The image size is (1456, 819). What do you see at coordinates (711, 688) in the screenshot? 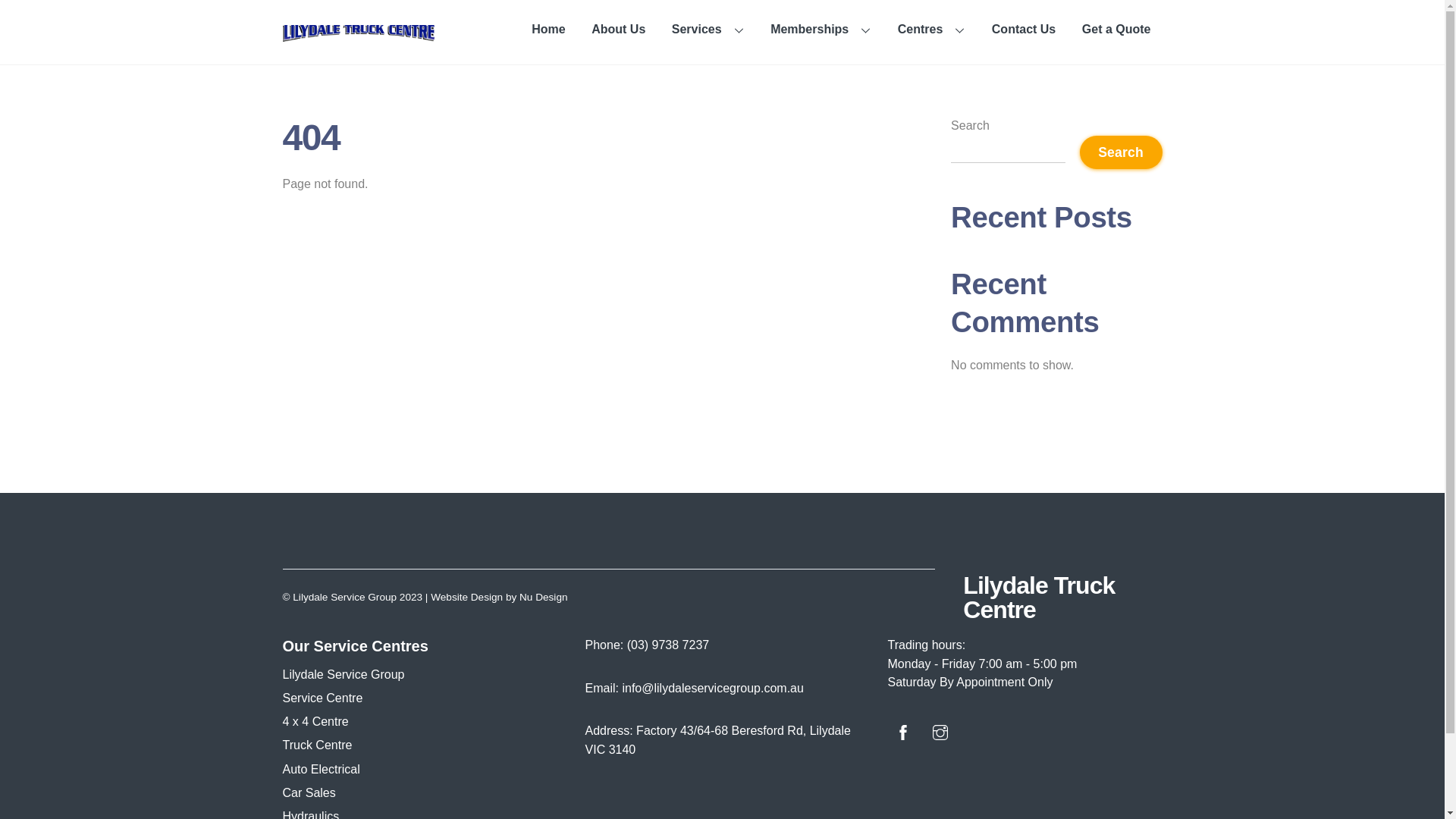
I see `'info@lilydaleservicegroup.com.au'` at bounding box center [711, 688].